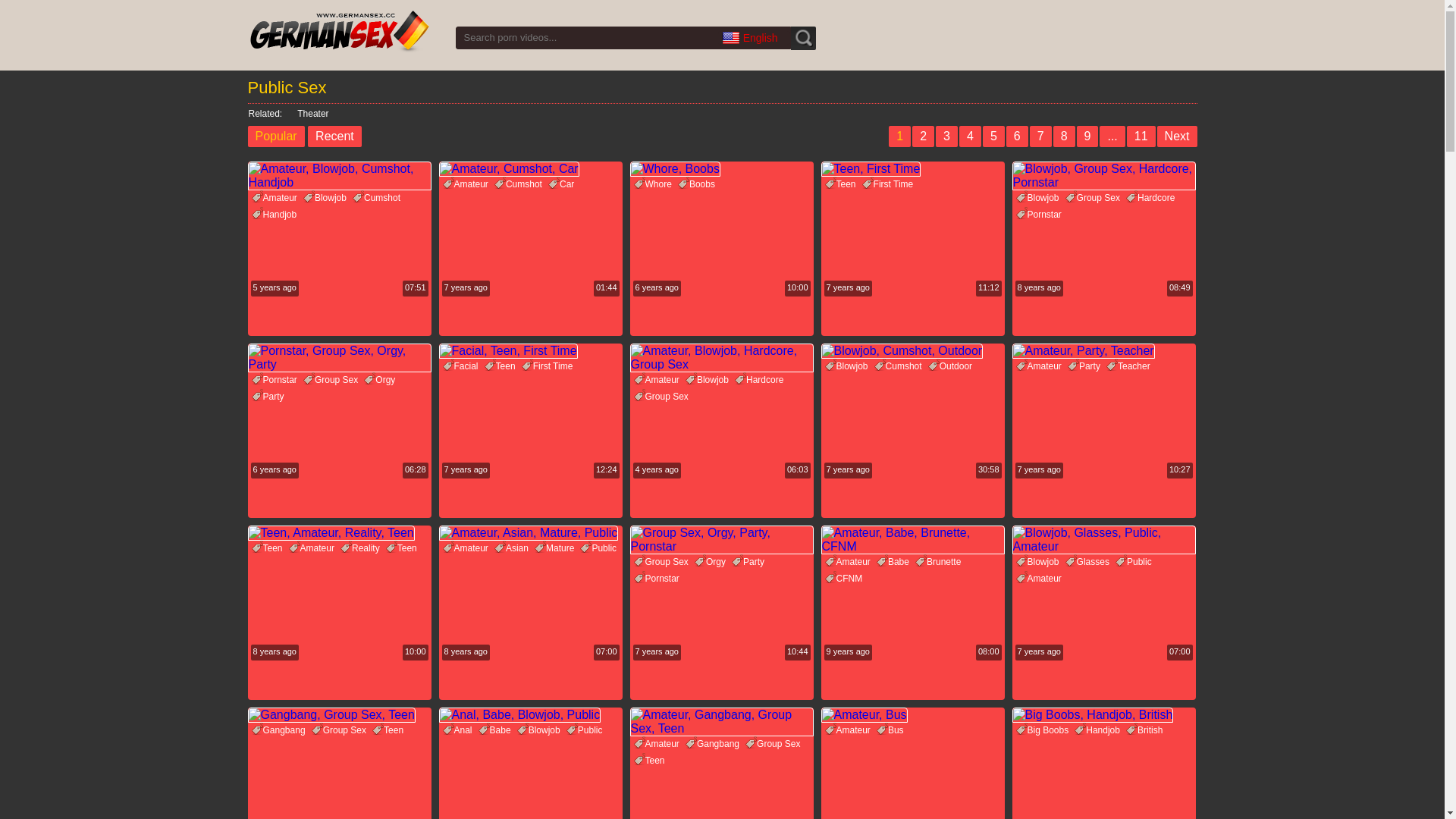 The height and width of the screenshot is (819, 1456). Describe the element at coordinates (819, 714) in the screenshot. I see `'Amateur, Bus'` at that location.